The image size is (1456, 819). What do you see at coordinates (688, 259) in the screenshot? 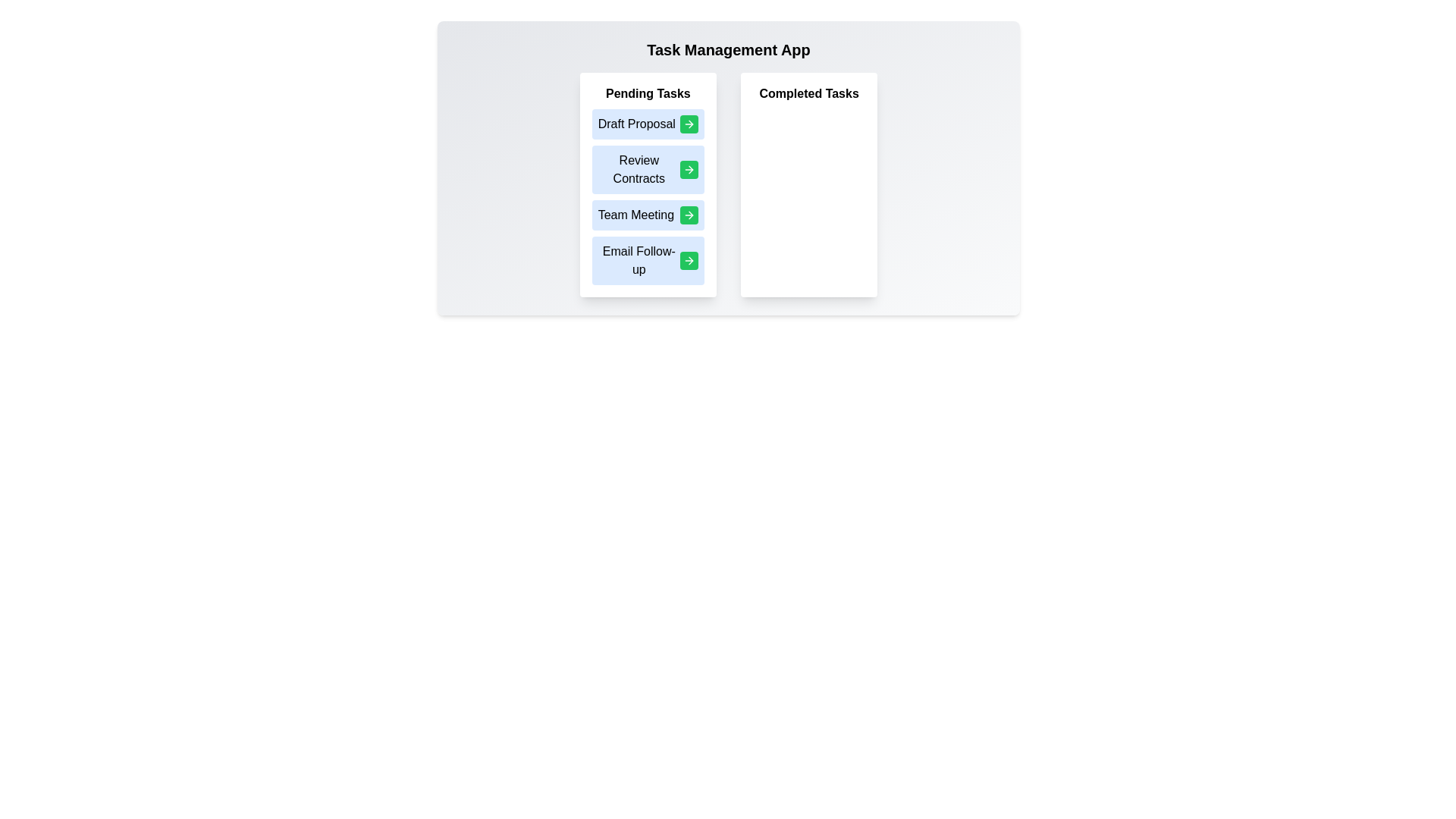
I see `green button next to the task labeled Email Follow-up to move it to the Completed Tasks list` at bounding box center [688, 259].